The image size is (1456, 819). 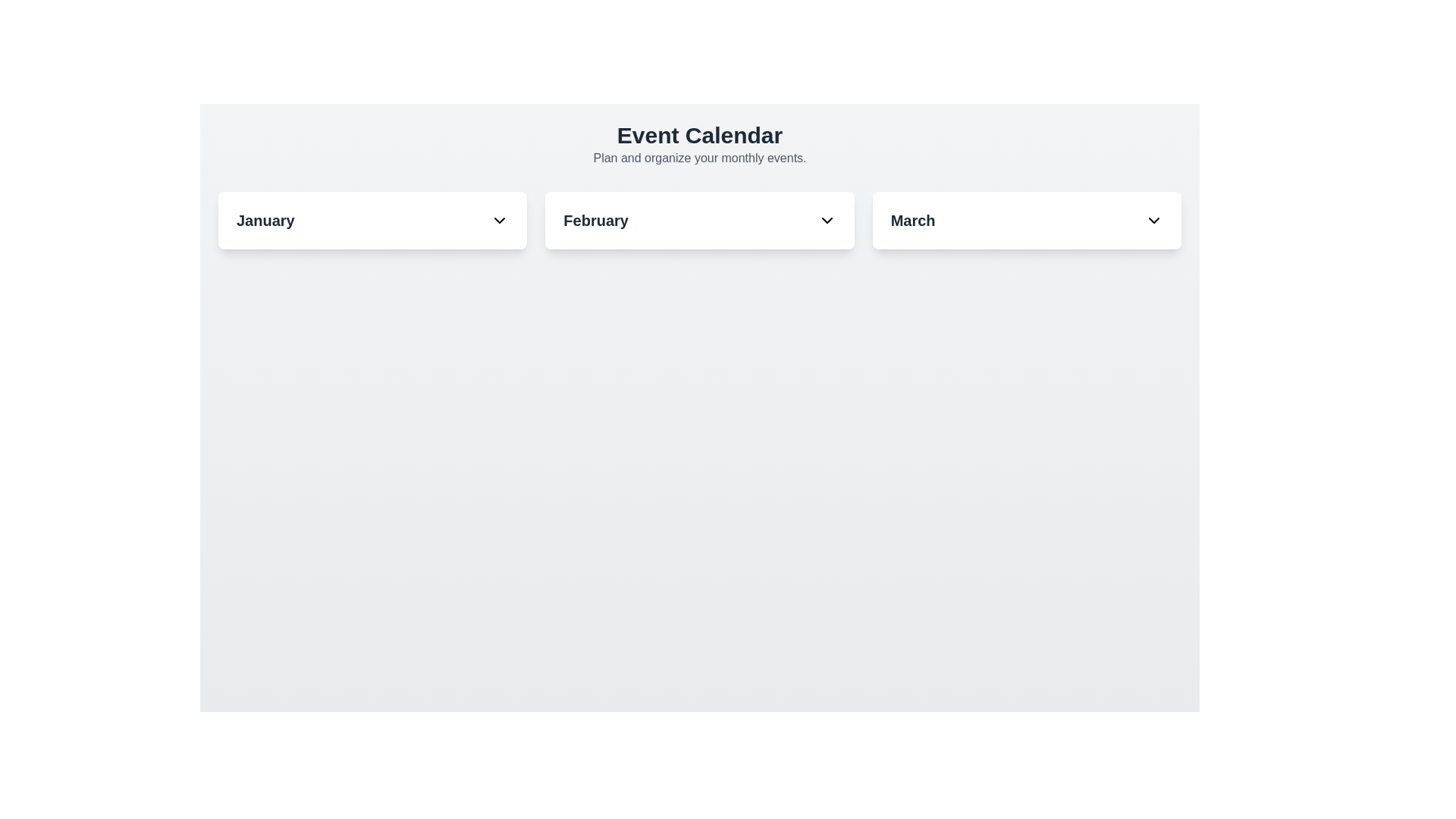 I want to click on the chevron arrow icon next to the 'February' dropdown, so click(x=826, y=220).